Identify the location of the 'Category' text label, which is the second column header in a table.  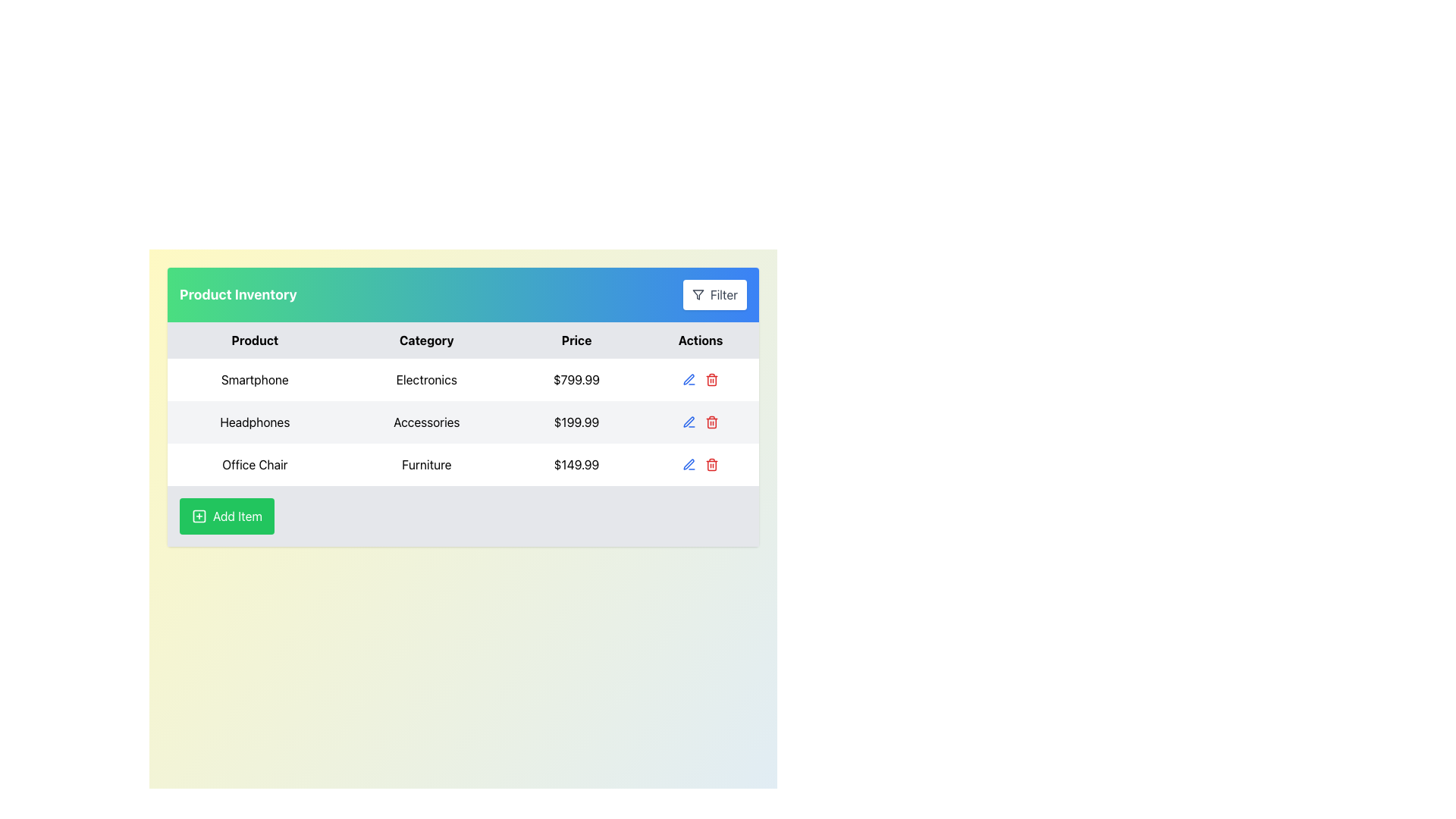
(425, 339).